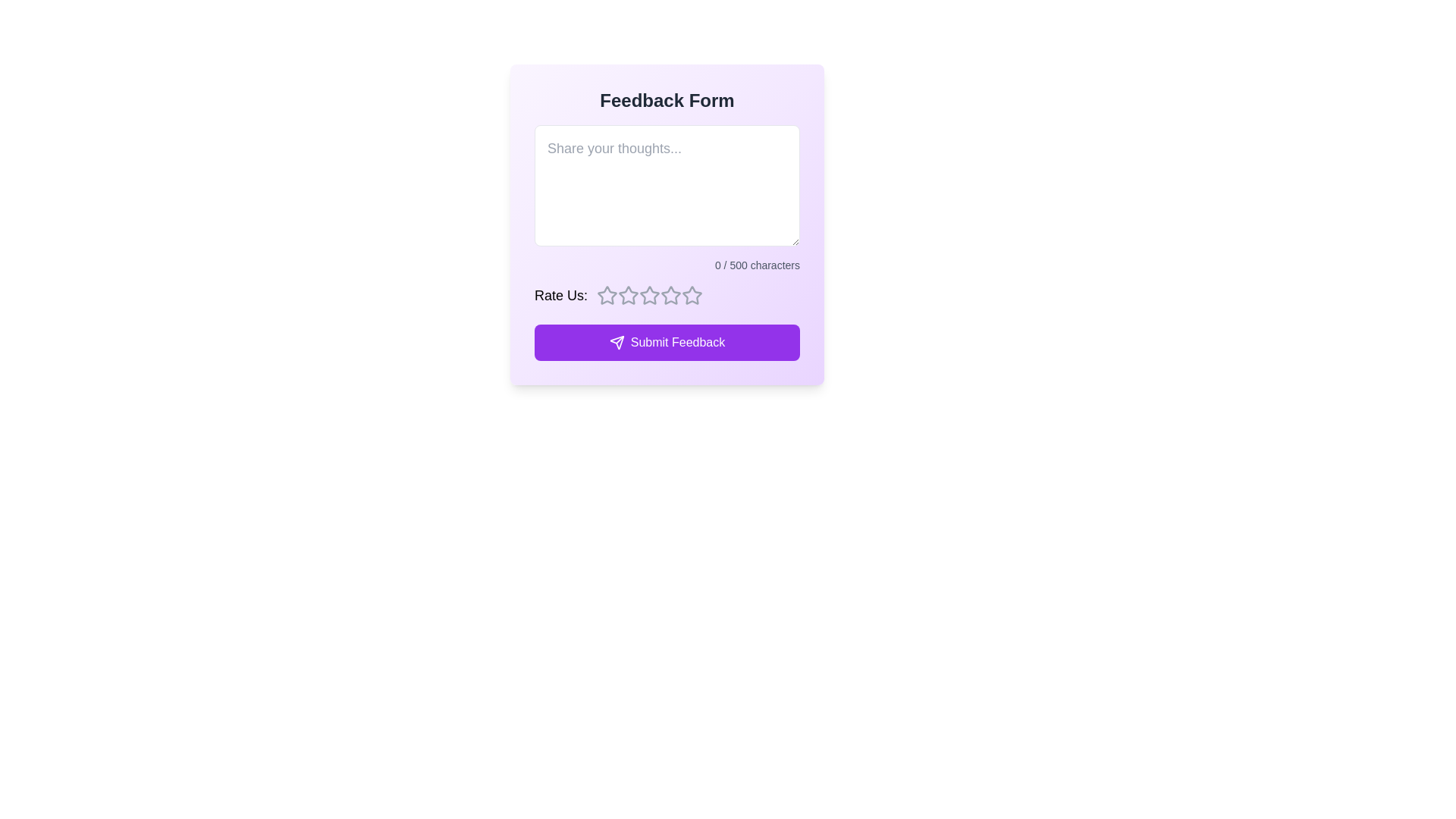 Image resolution: width=1456 pixels, height=819 pixels. What do you see at coordinates (629, 295) in the screenshot?
I see `the hollow star icon representing a one-star rating` at bounding box center [629, 295].